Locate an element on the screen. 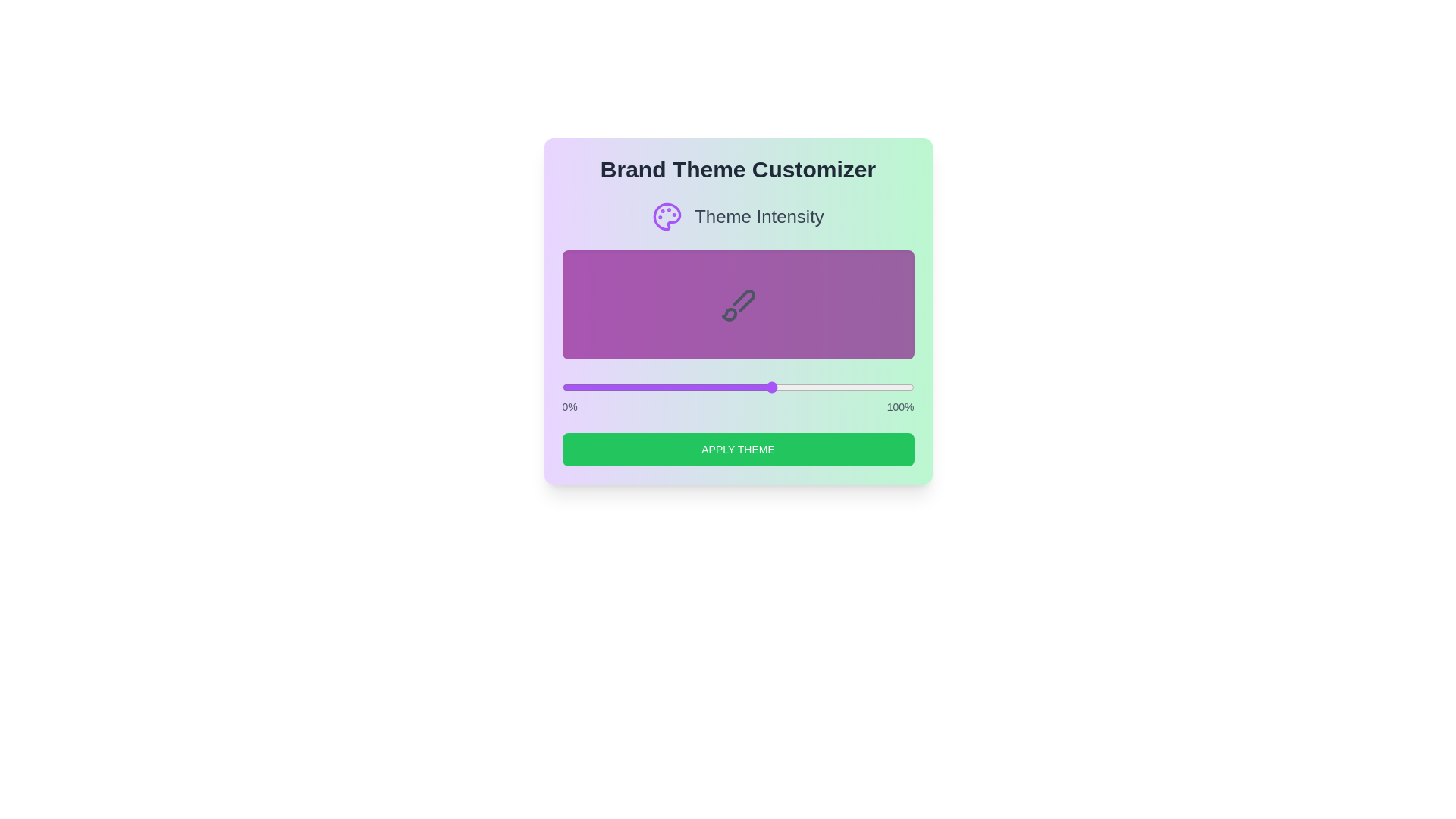  the slider to set the theme intensity to 74% is located at coordinates (821, 386).